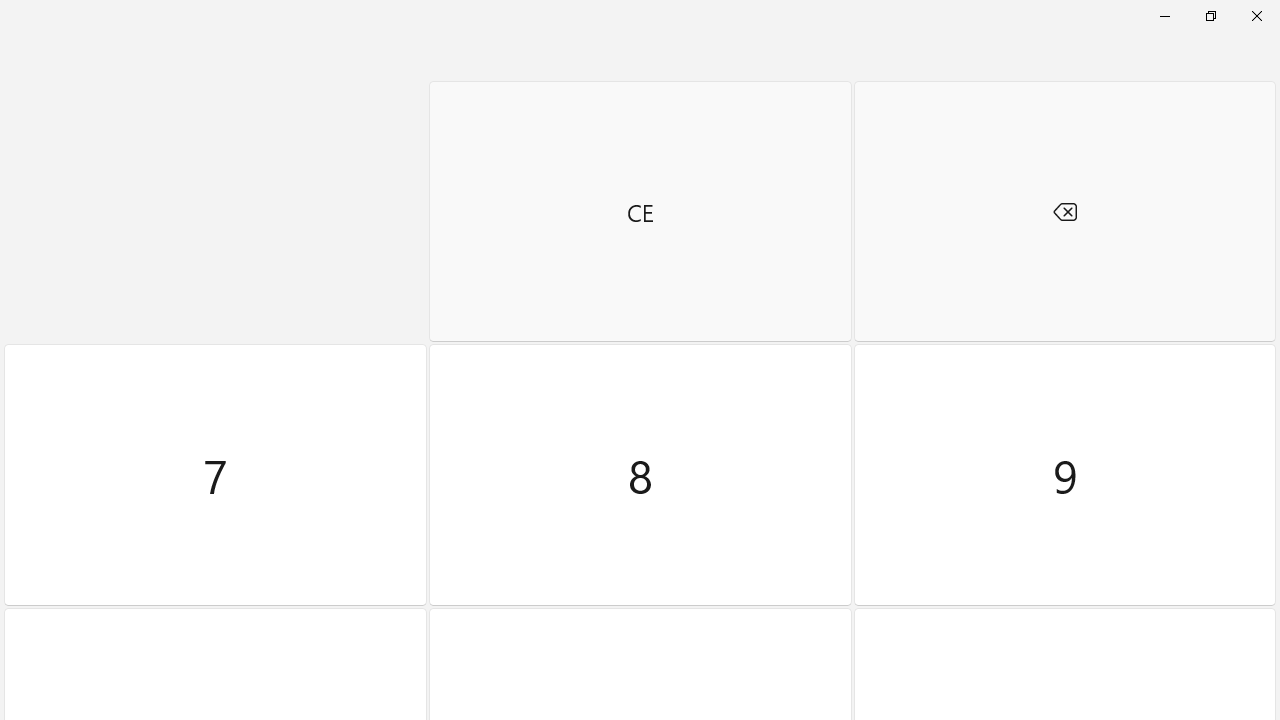 The width and height of the screenshot is (1280, 720). What do you see at coordinates (640, 211) in the screenshot?
I see `'Clear entry'` at bounding box center [640, 211].